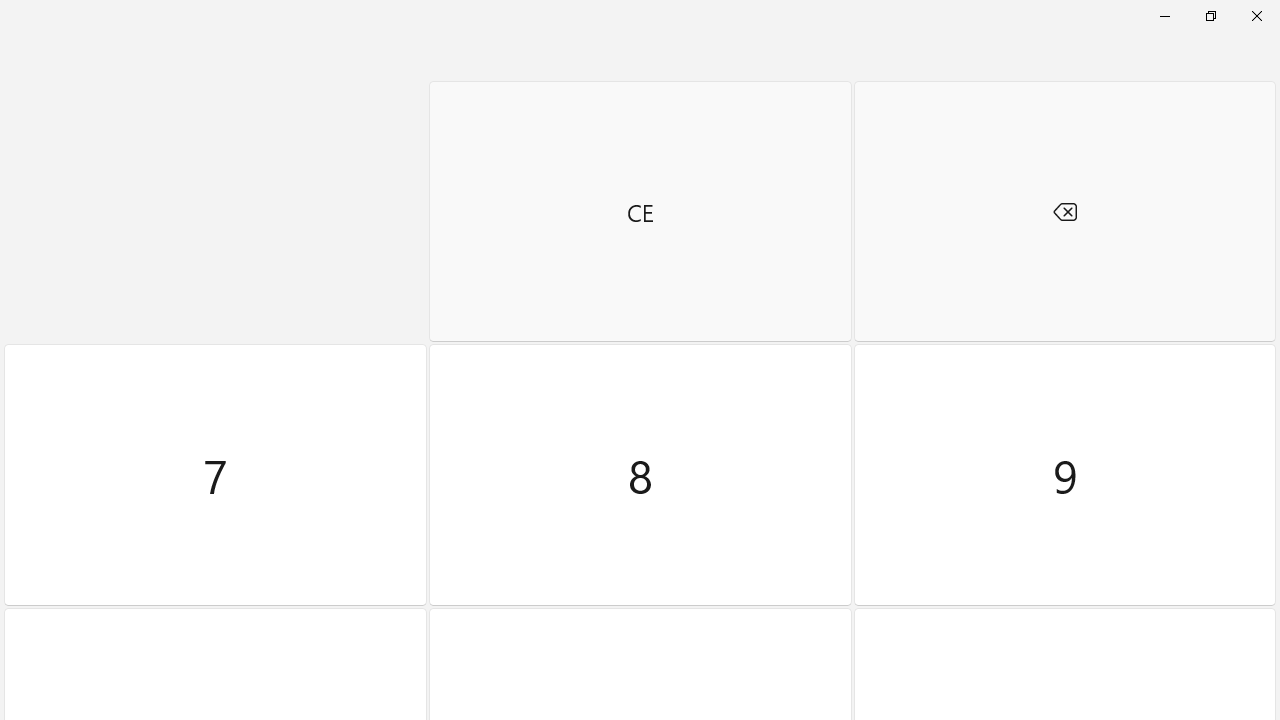 The width and height of the screenshot is (1280, 720). What do you see at coordinates (640, 211) in the screenshot?
I see `'Clear entry'` at bounding box center [640, 211].